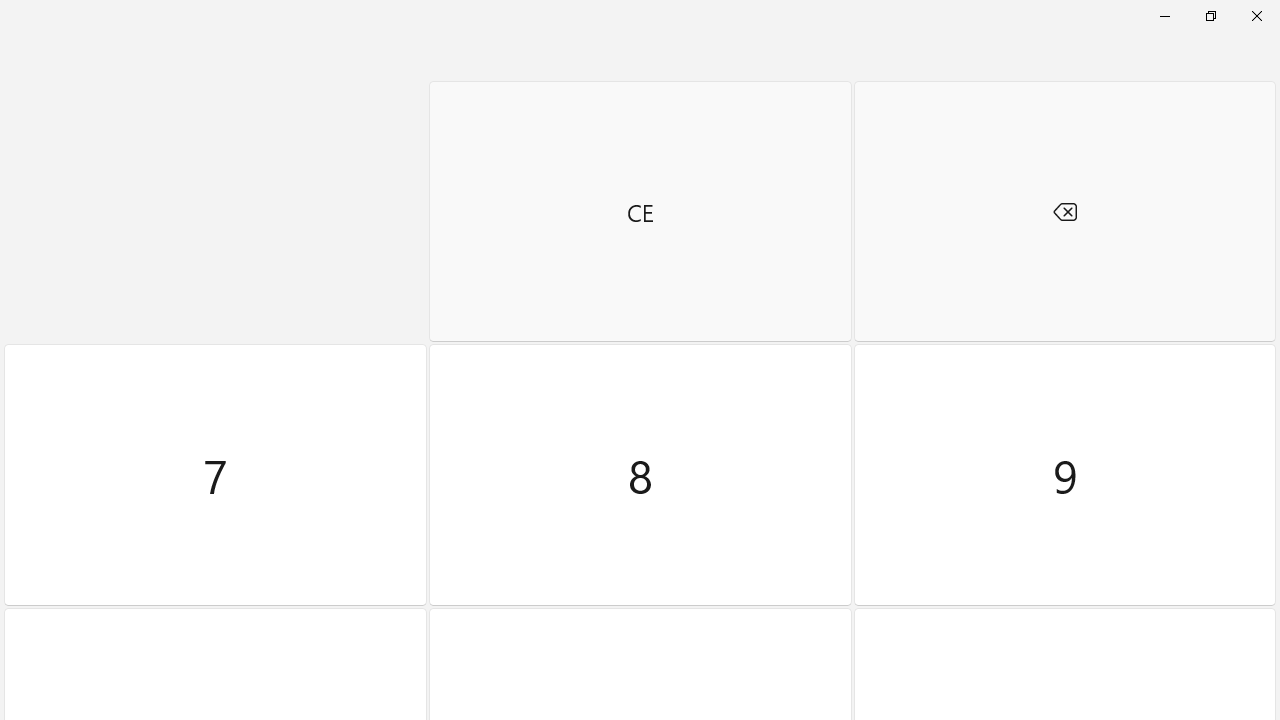 The width and height of the screenshot is (1280, 720). What do you see at coordinates (640, 211) in the screenshot?
I see `'Clear entry'` at bounding box center [640, 211].